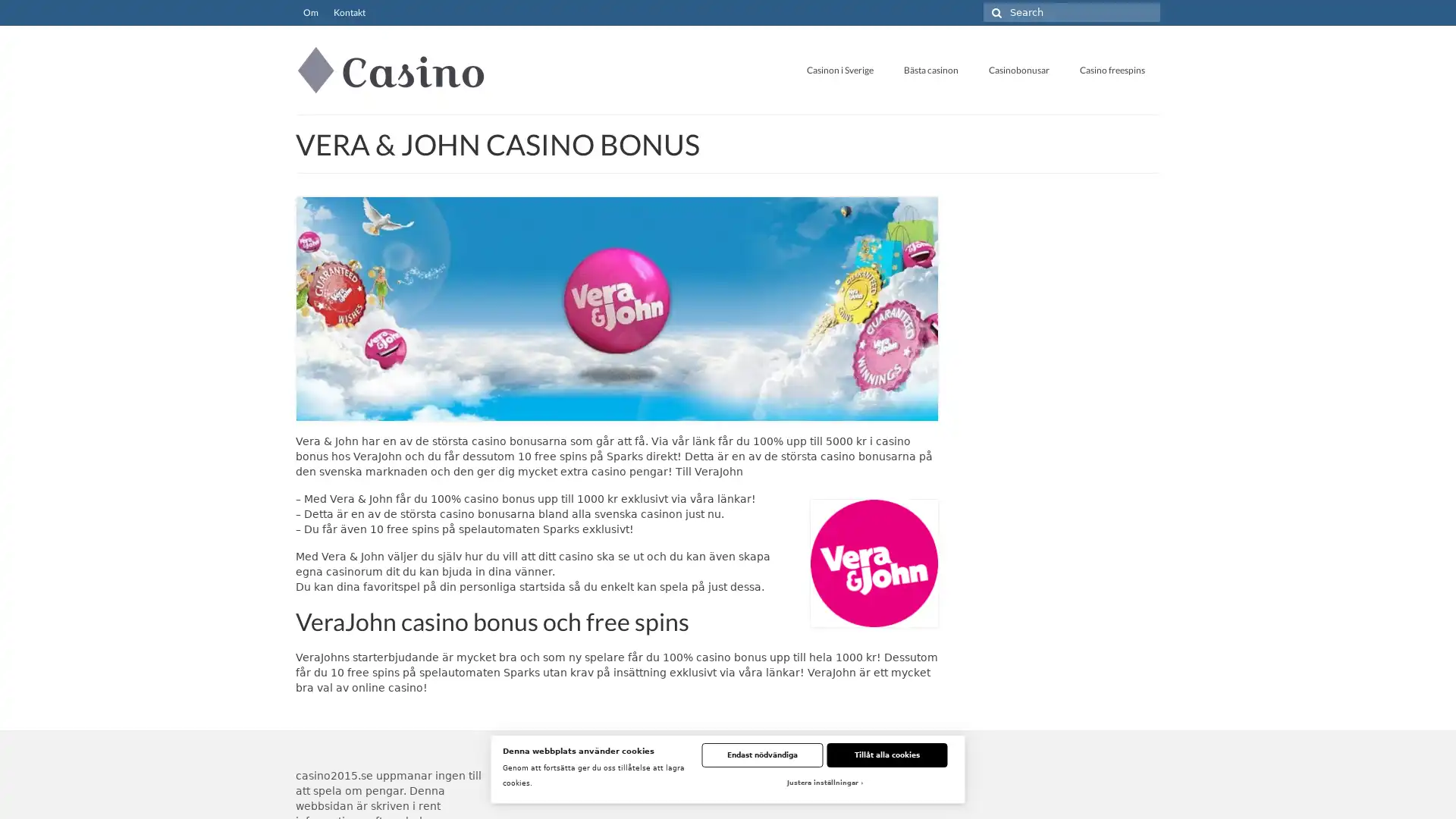  I want to click on Justera installningar, so click(823, 783).